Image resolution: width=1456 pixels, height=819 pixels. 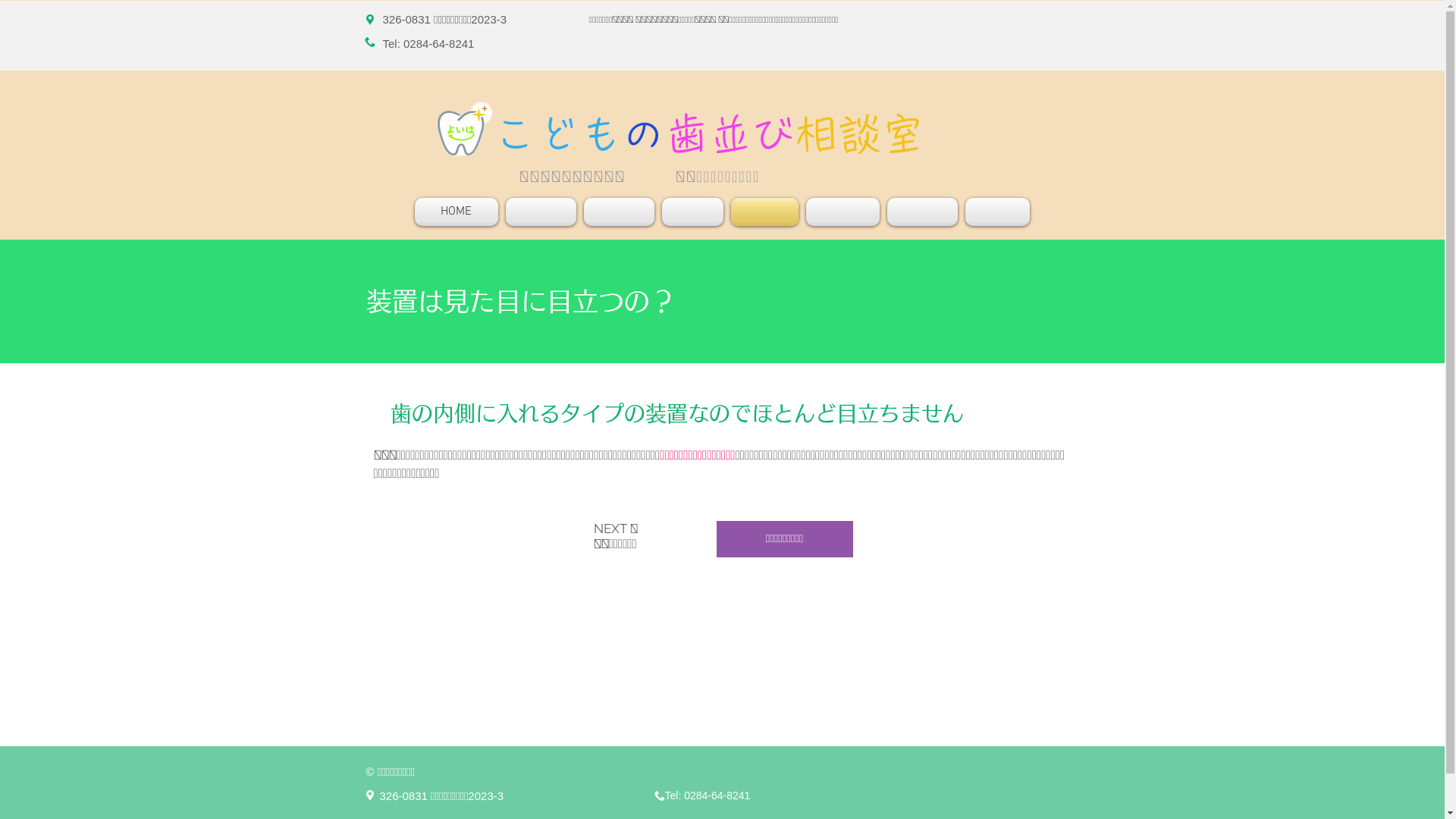 What do you see at coordinates (457, 212) in the screenshot?
I see `'HOME'` at bounding box center [457, 212].